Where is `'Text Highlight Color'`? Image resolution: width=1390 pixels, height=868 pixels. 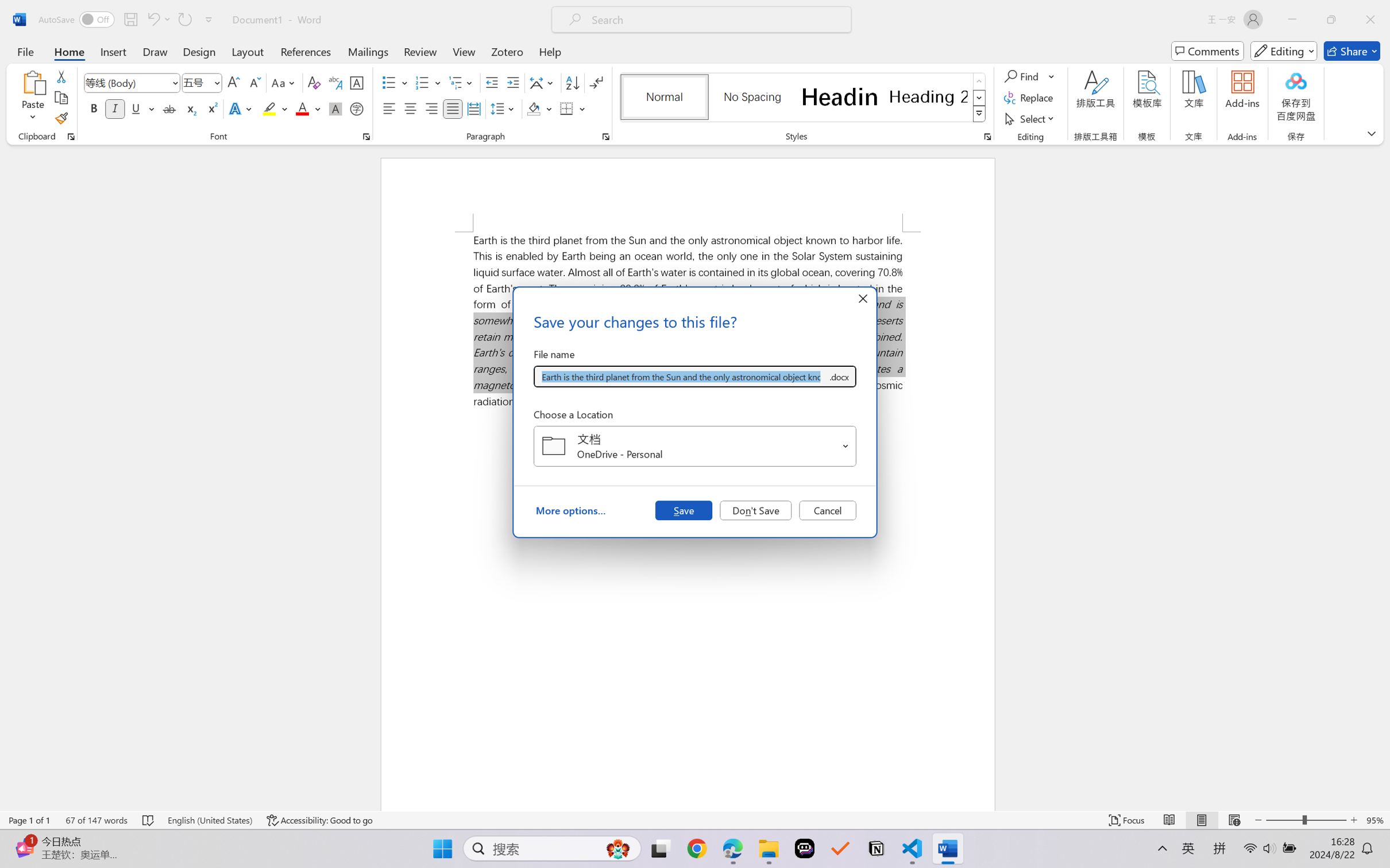
'Text Highlight Color' is located at coordinates (274, 108).